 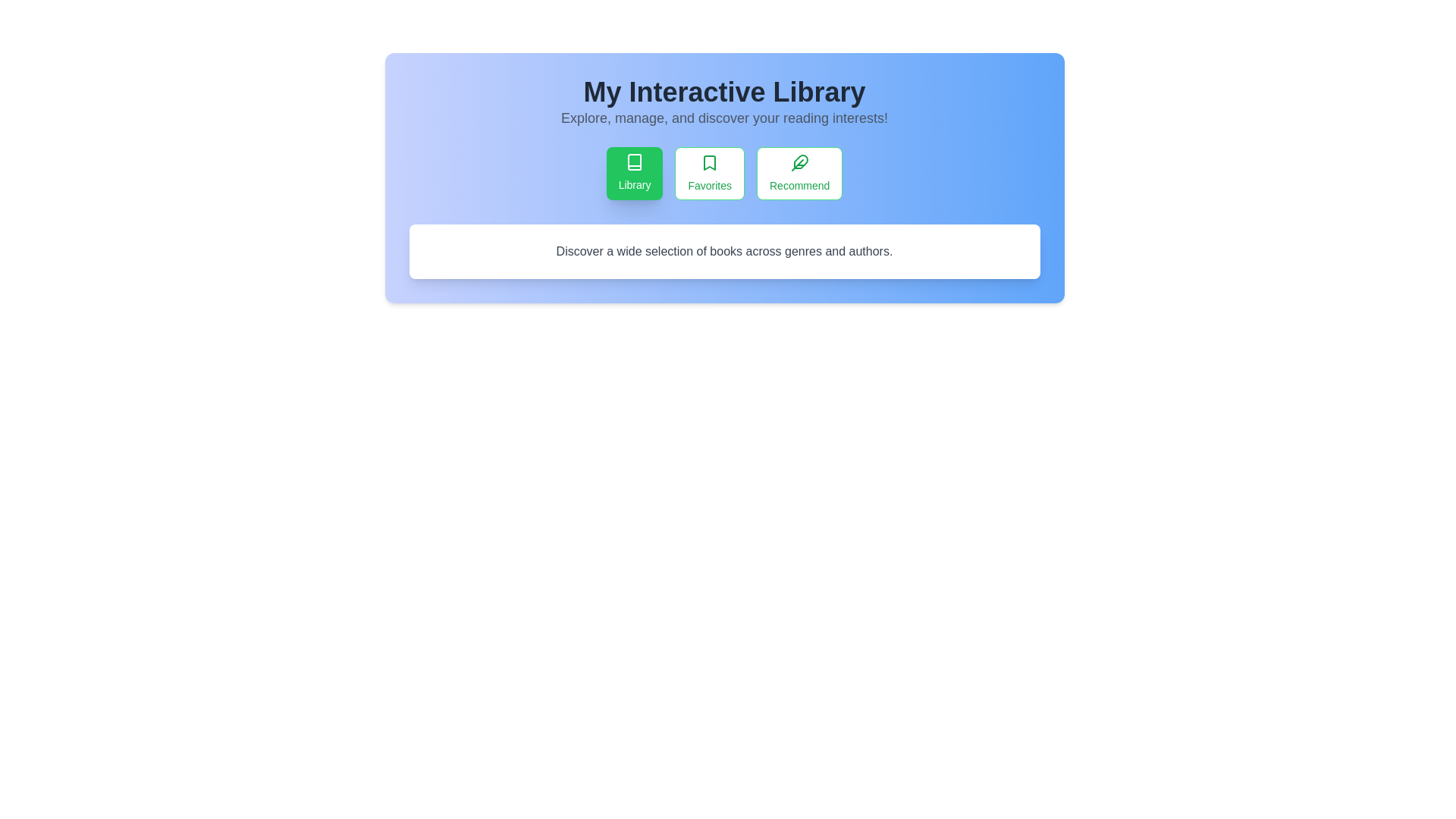 What do you see at coordinates (799, 172) in the screenshot?
I see `the Recommend tab to view its content` at bounding box center [799, 172].